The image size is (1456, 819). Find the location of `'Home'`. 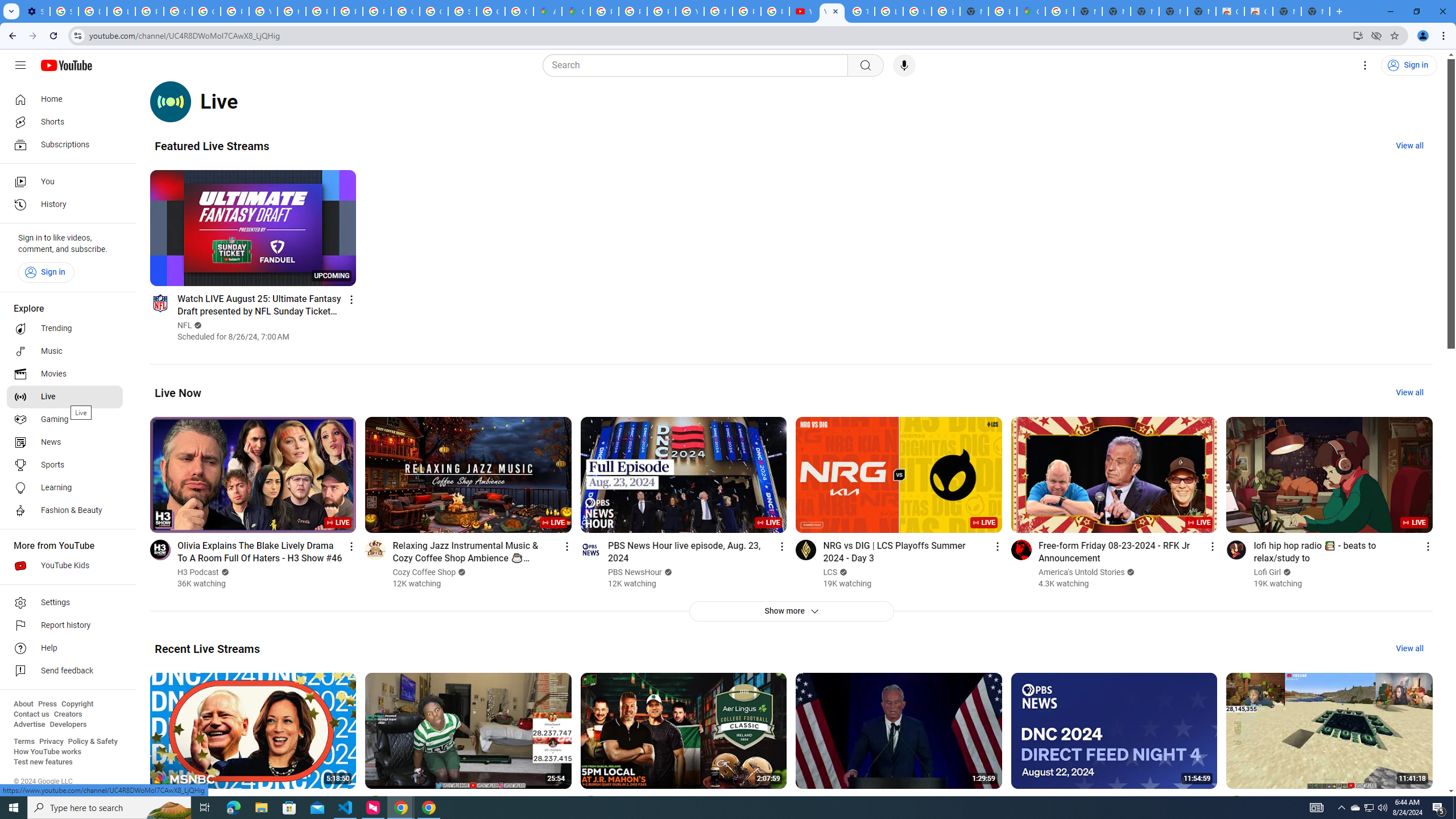

'Home' is located at coordinates (64, 98).